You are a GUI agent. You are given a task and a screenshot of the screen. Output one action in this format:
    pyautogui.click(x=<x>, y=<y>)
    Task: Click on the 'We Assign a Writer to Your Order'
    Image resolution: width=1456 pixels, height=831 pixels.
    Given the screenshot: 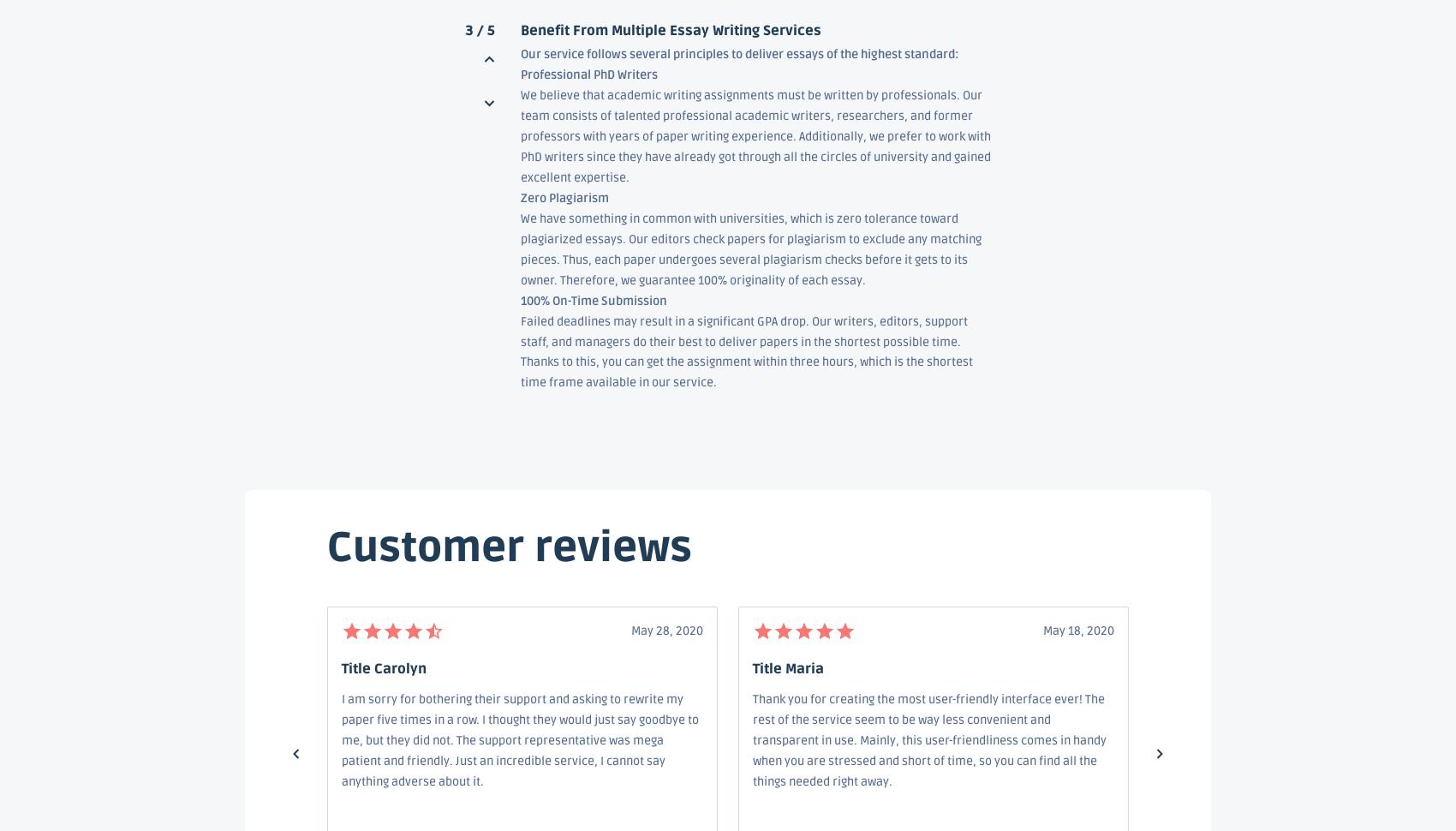 What is the action you would take?
    pyautogui.click(x=609, y=642)
    